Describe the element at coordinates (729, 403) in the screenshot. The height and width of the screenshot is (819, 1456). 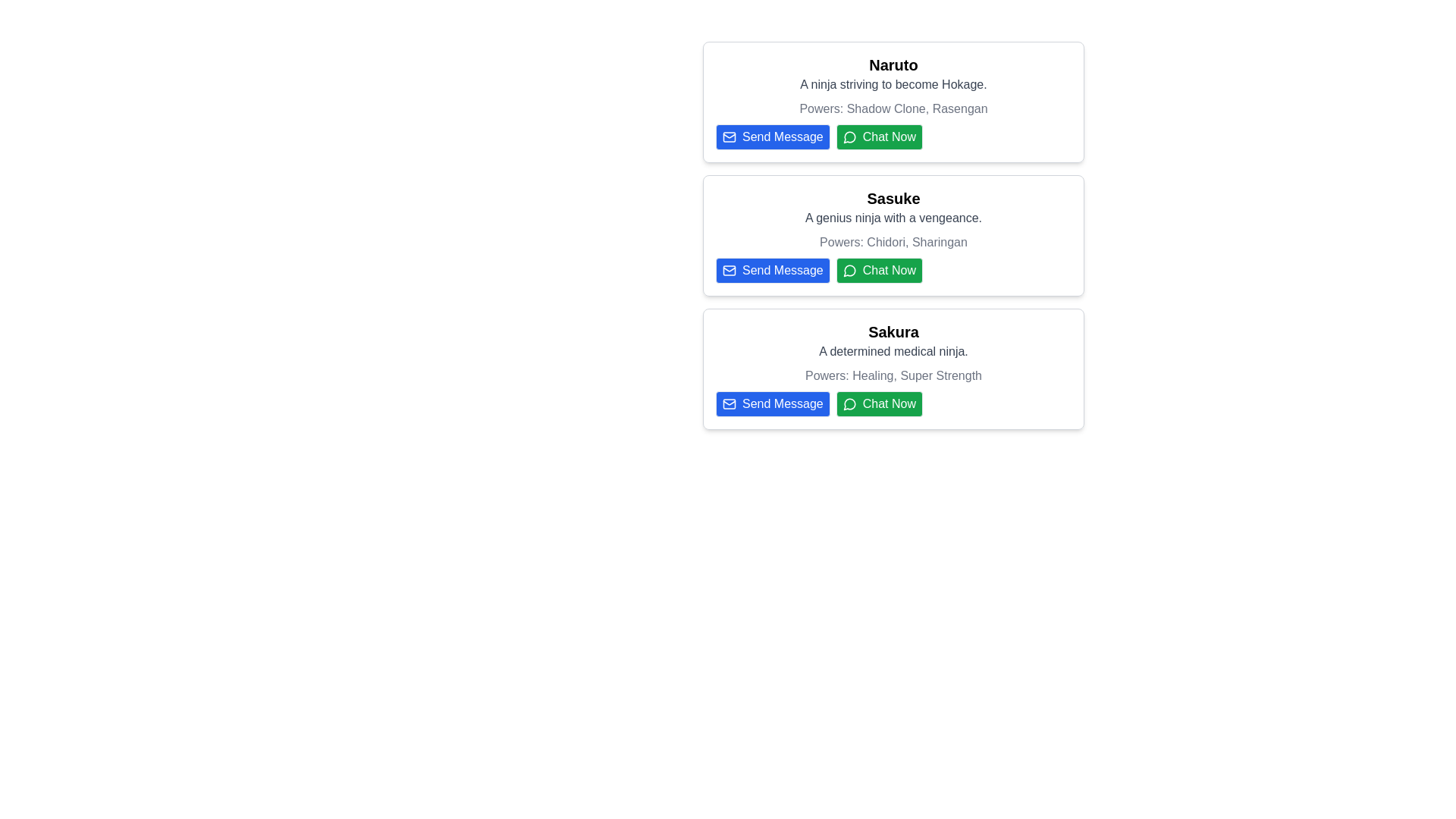
I see `the blue envelope icon representing email actions, located to the left of the 'Send Message' label in the third user card for 'Sakura'` at that location.